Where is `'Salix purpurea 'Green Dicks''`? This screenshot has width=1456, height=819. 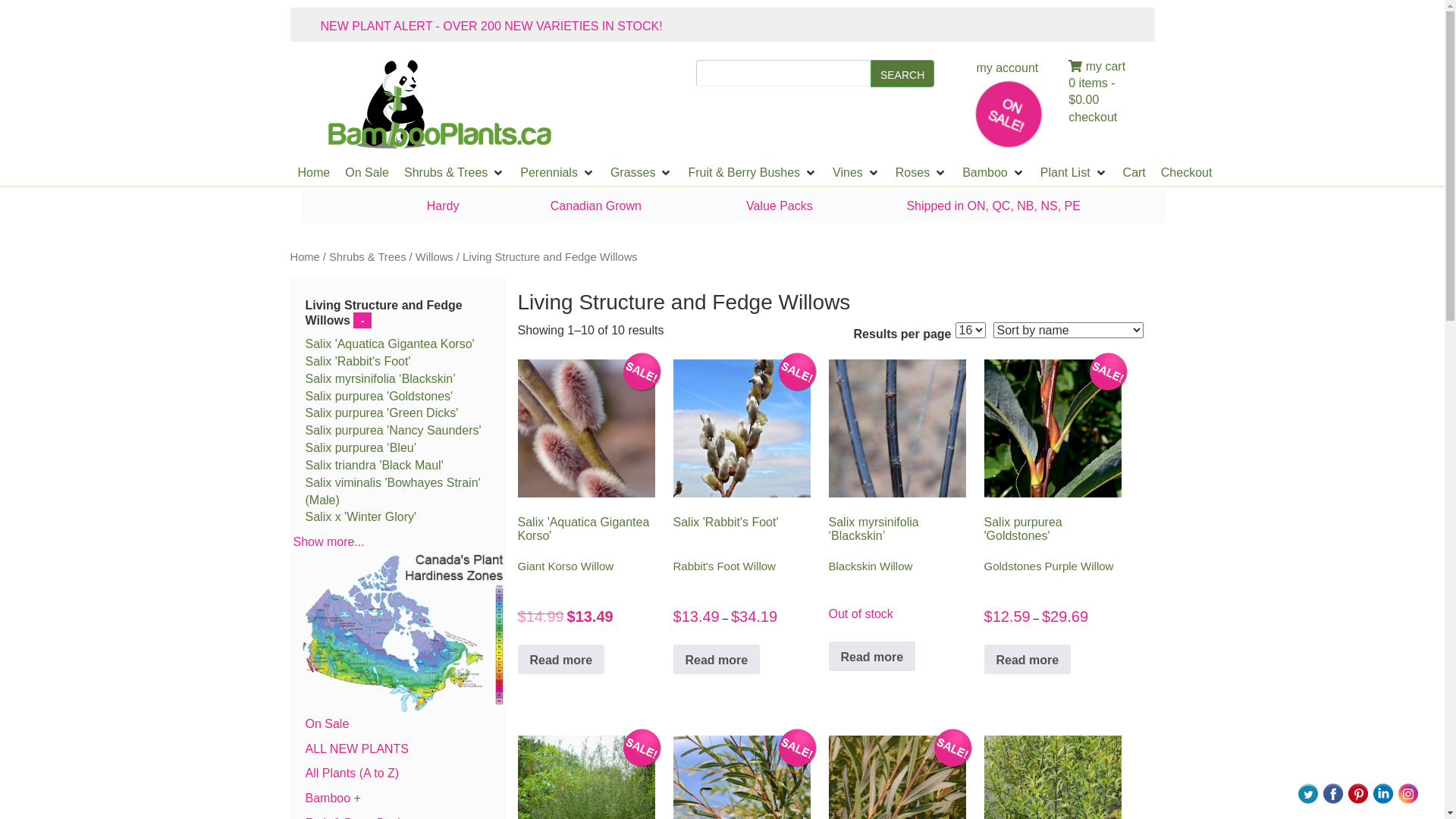 'Salix purpurea 'Green Dicks'' is located at coordinates (381, 413).